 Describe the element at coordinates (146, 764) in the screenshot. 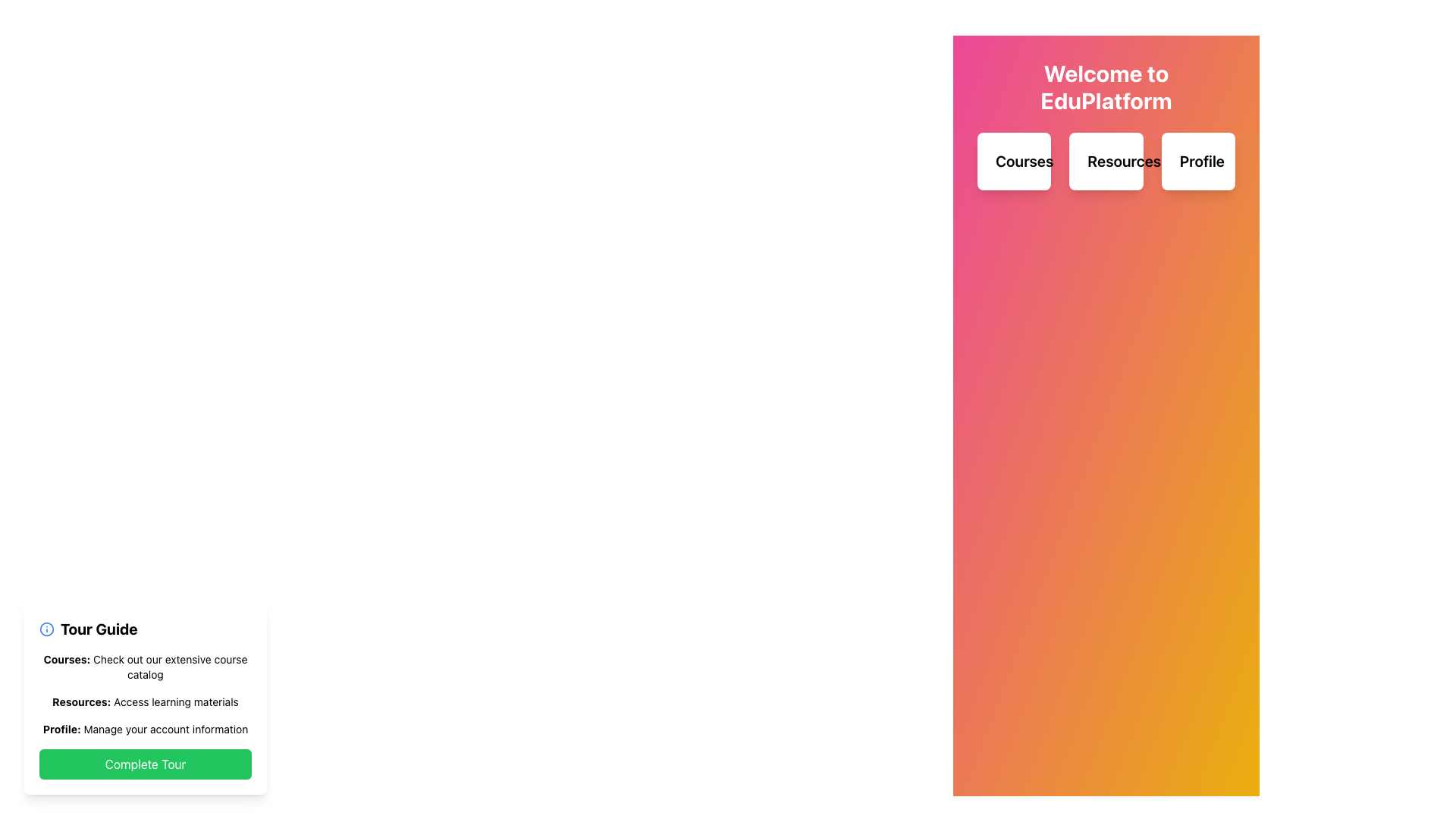

I see `the confirmation button located at the bottom-left of the interface, below the textual entries 'Courses,' 'Resources,' and 'Profile' to observe visual feedback` at that location.